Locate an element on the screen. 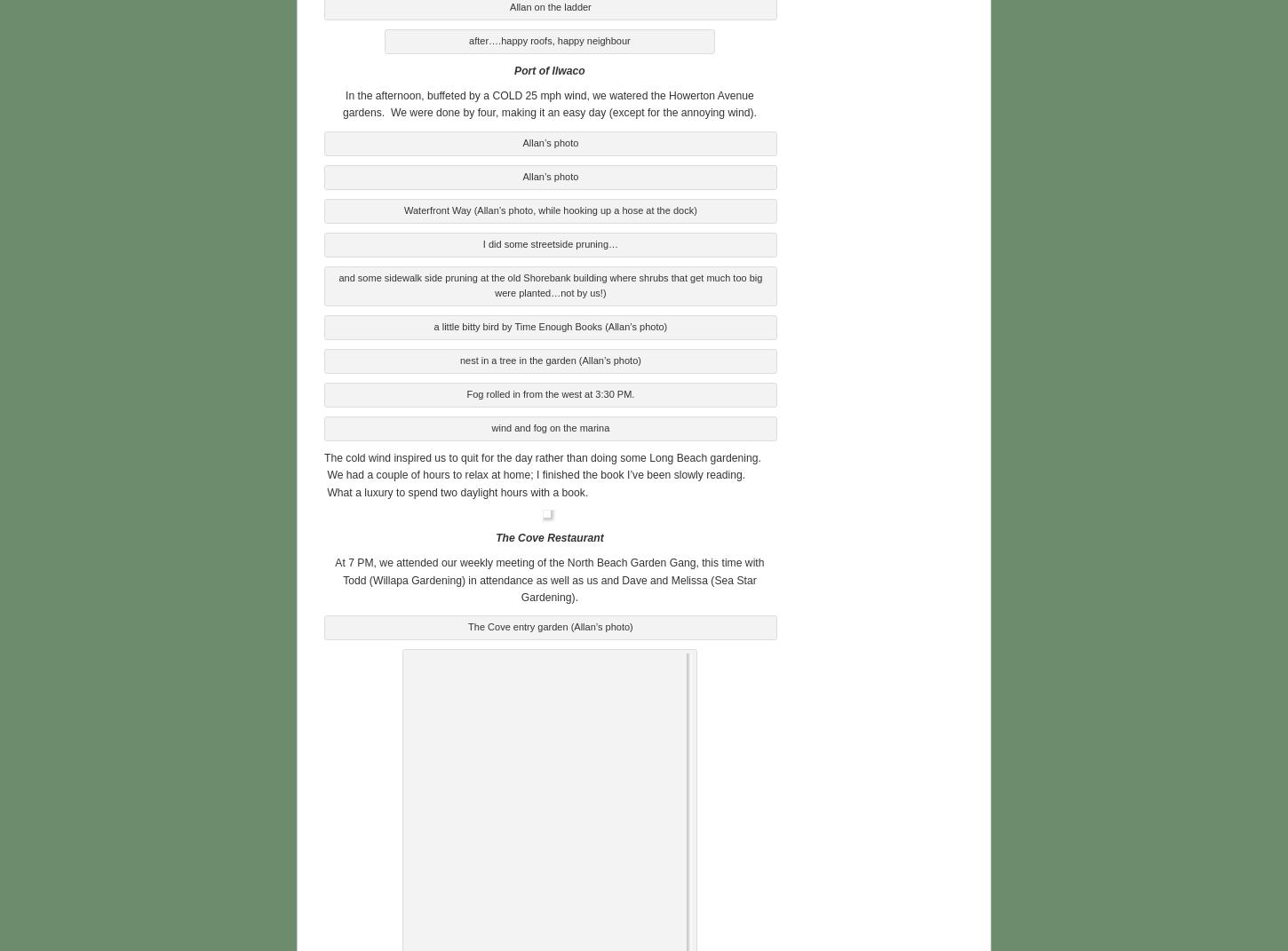 The width and height of the screenshot is (1288, 951). 'At 7 PM, we attended our weekly meeting of the North Beach Garden Gang, this time with Todd (Willapa Gardening) in attendance as well as us and Dave and Melissa (Sea Star Gardening).' is located at coordinates (548, 577).